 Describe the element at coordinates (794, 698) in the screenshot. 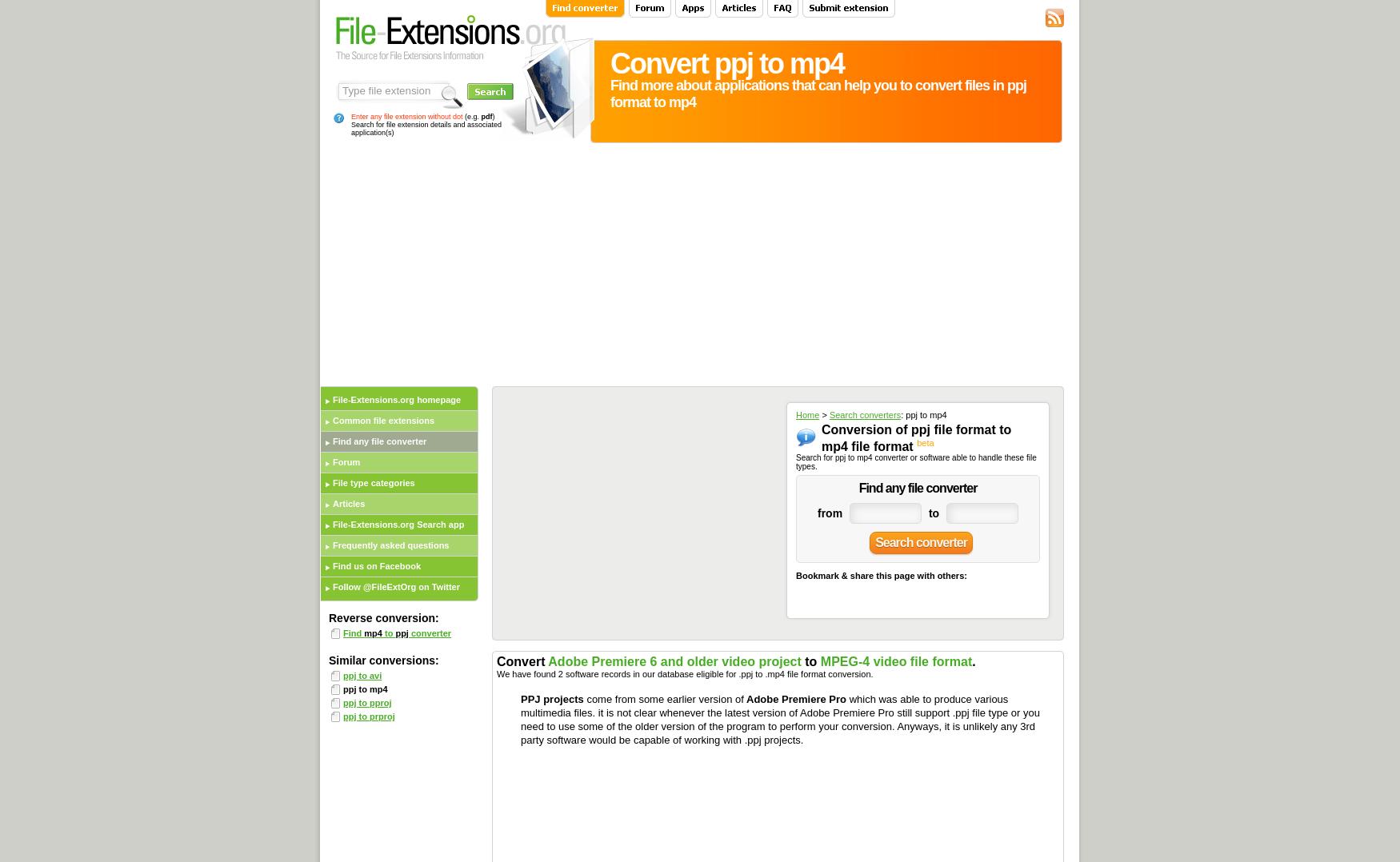

I see `'Adobe Premiere Pro'` at that location.